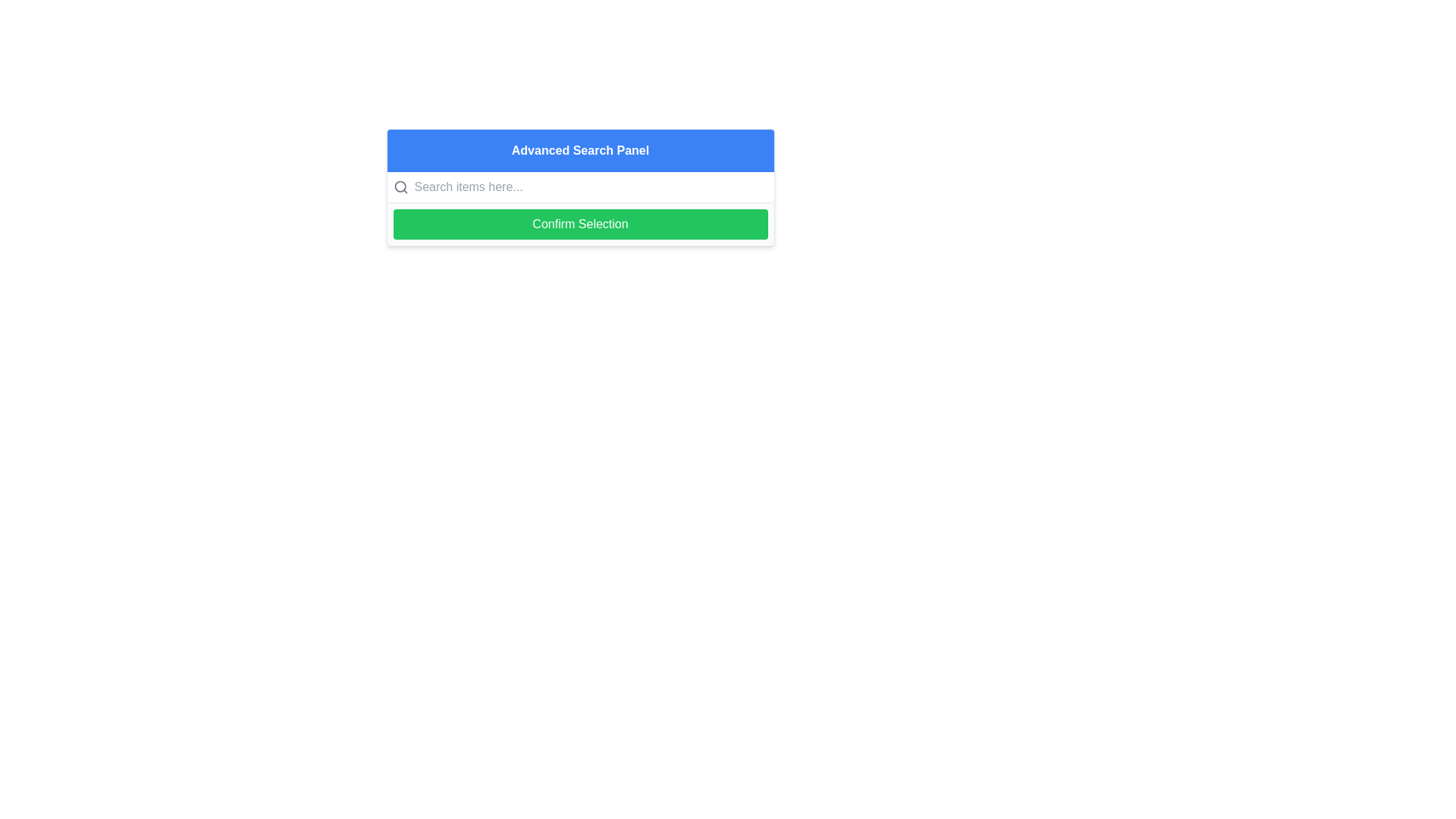 Image resolution: width=1456 pixels, height=819 pixels. What do you see at coordinates (400, 186) in the screenshot?
I see `the small circle element within the magnifying glass icon, which is part of an SVG graphic` at bounding box center [400, 186].